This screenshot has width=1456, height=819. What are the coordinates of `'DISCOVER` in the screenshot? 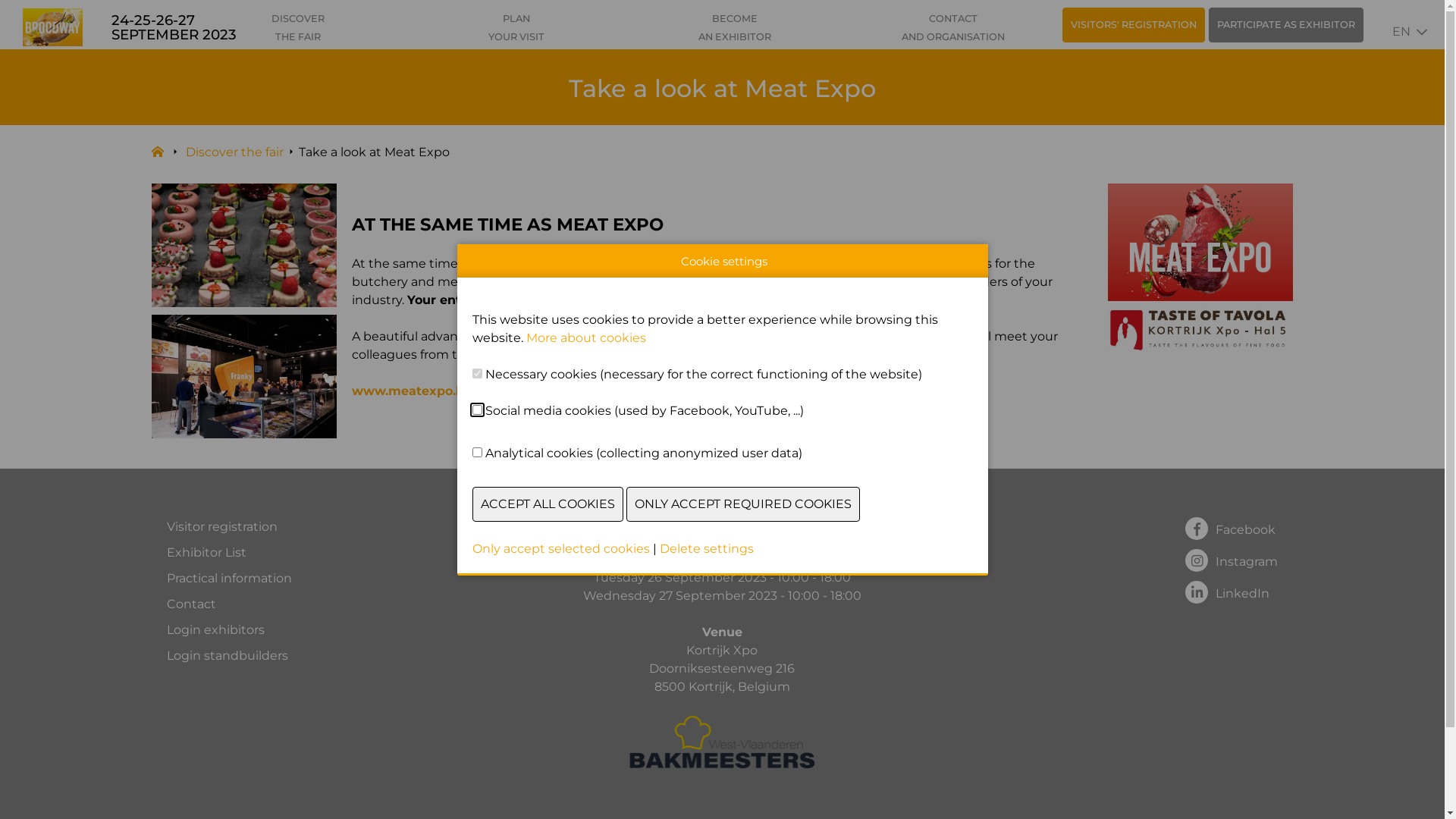 It's located at (298, 28).